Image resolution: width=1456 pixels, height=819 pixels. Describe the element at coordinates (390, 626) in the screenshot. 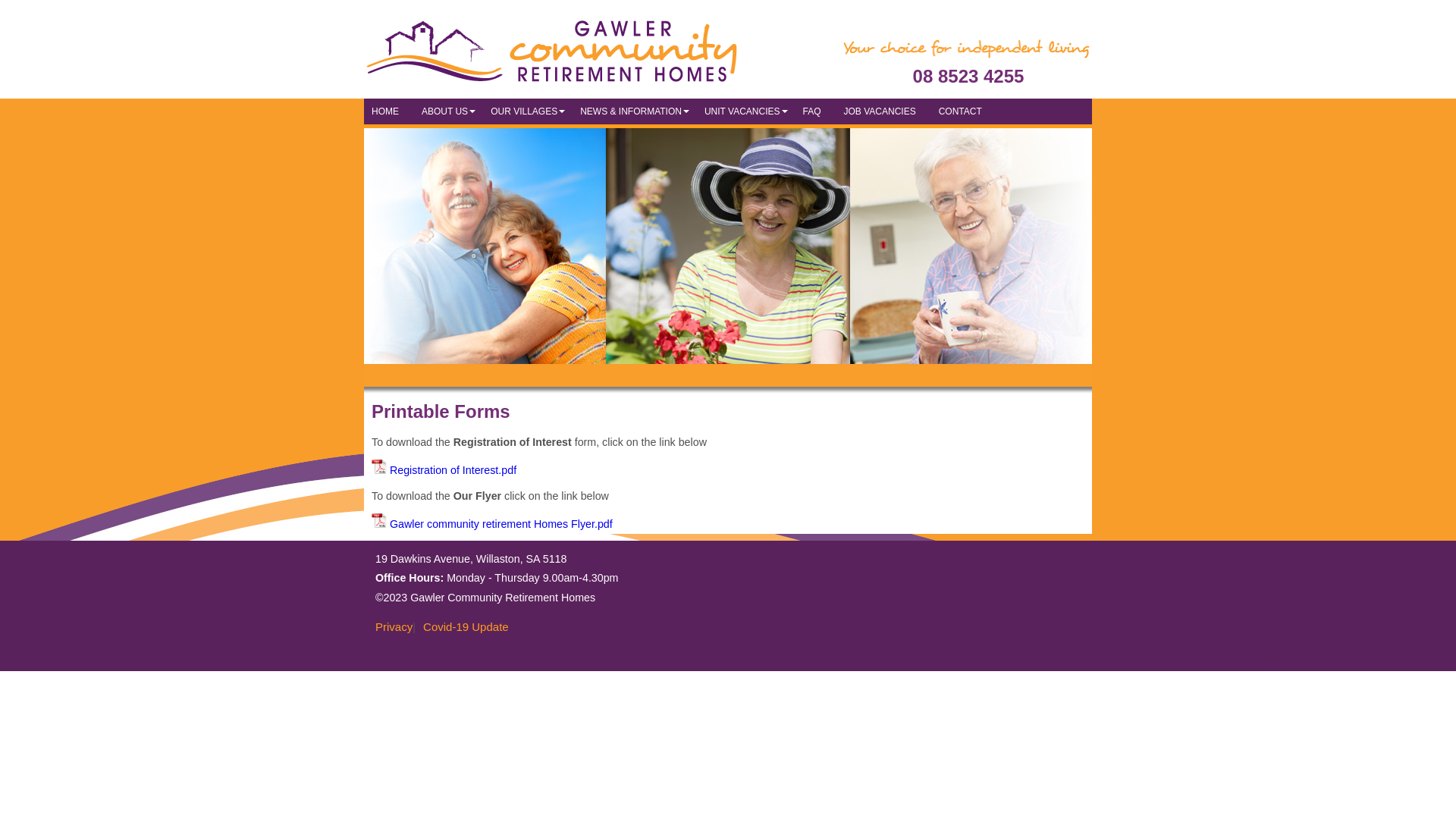

I see `'Privacy'` at that location.